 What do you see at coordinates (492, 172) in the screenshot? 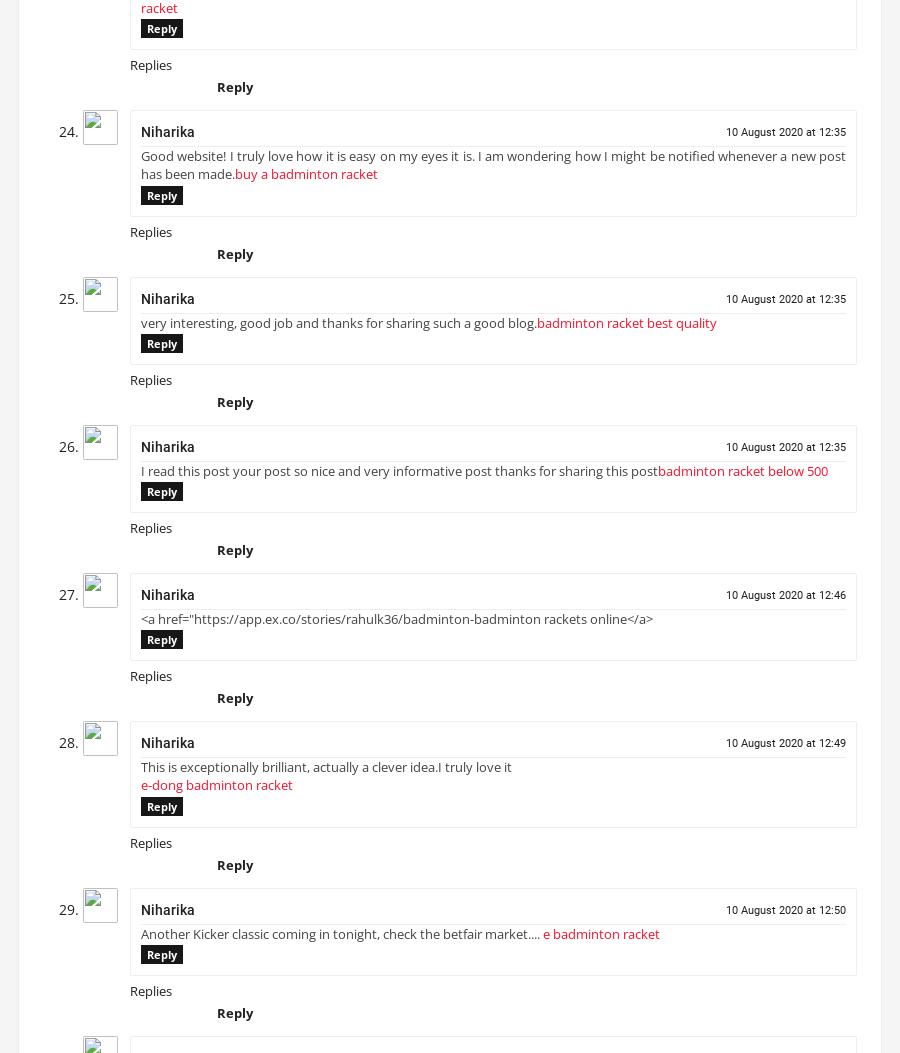
I see `'Good website! I truly love how it is easy on my eyes it is. I am wondering how I might be notified whenever a new post has been made.'` at bounding box center [492, 172].